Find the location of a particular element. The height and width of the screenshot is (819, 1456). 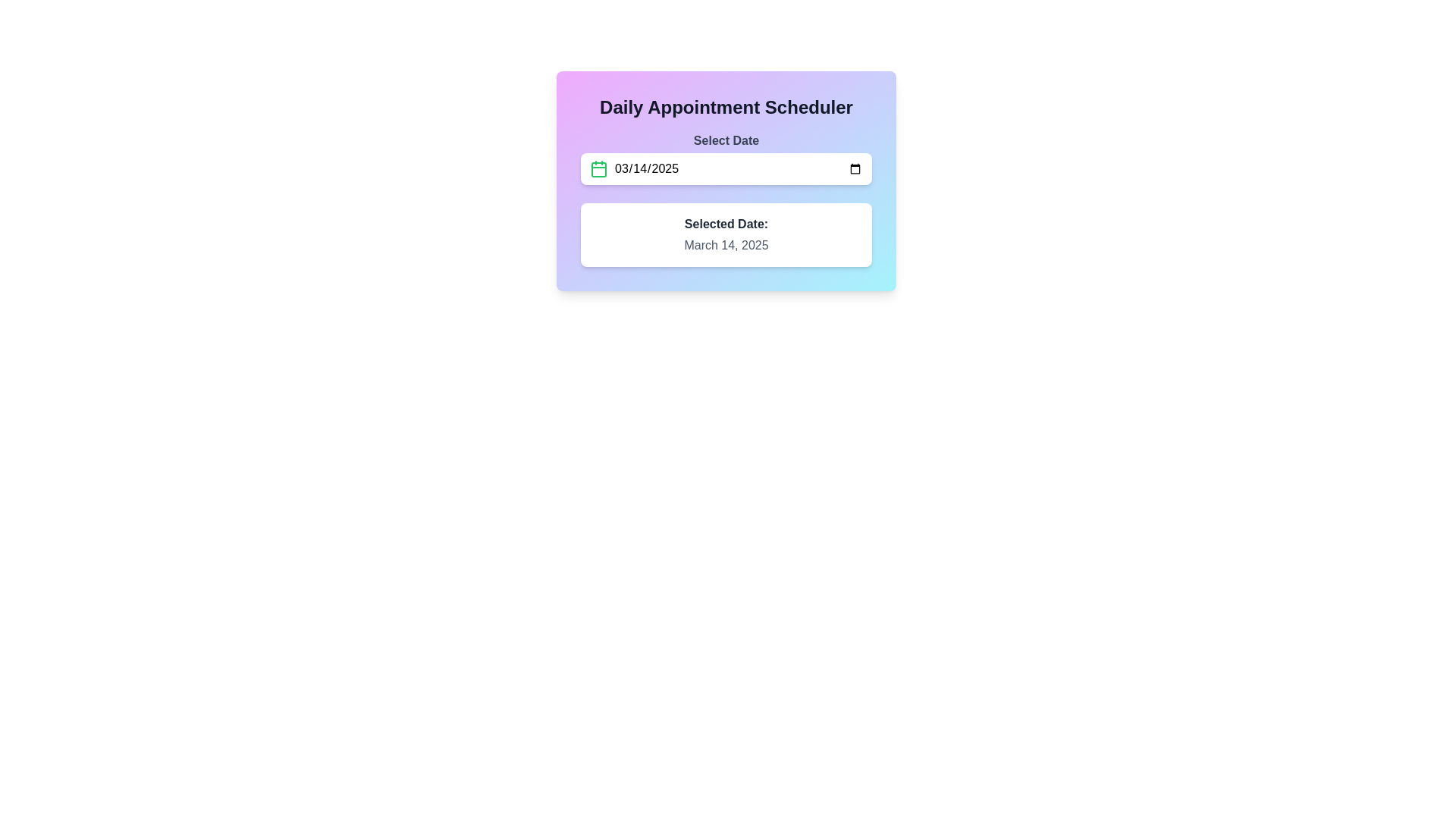

the static text label reading 'Selected Date:' which is prominently displayed in dark gray above the date 'March 14, 2025' is located at coordinates (726, 224).